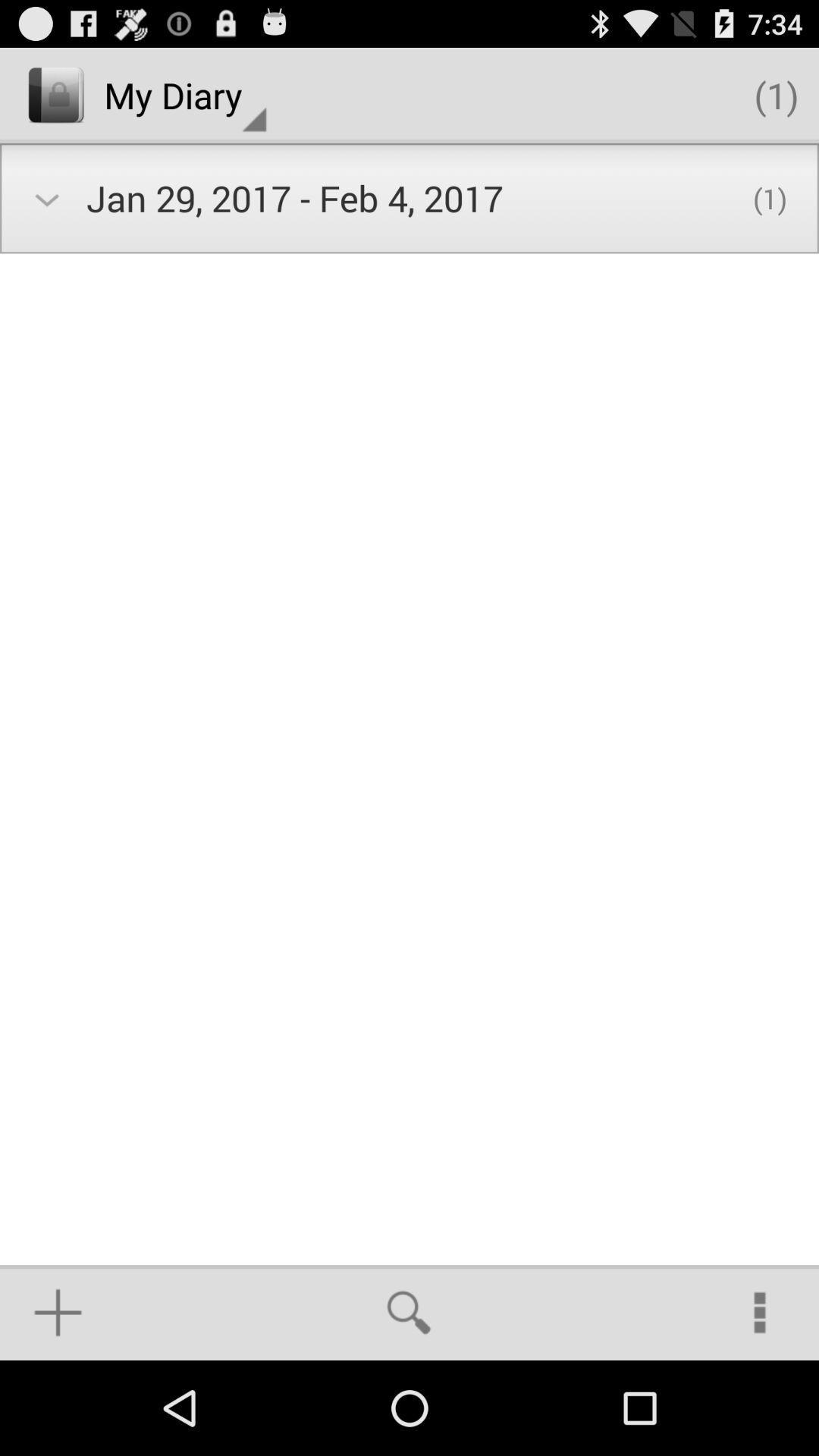 The height and width of the screenshot is (1456, 819). I want to click on the icon below the (1), so click(760, 1312).